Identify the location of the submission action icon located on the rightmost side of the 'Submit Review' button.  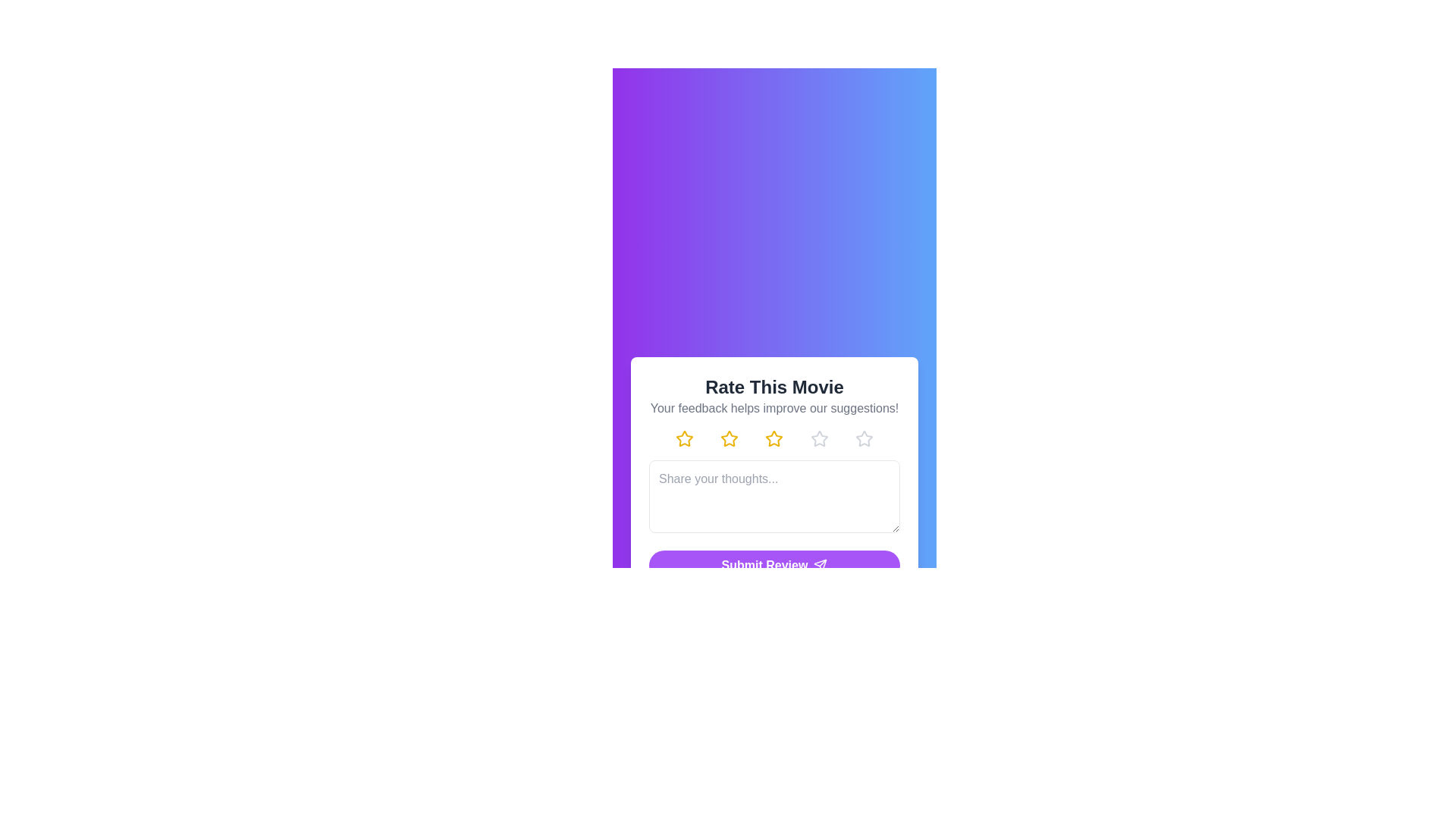
(820, 565).